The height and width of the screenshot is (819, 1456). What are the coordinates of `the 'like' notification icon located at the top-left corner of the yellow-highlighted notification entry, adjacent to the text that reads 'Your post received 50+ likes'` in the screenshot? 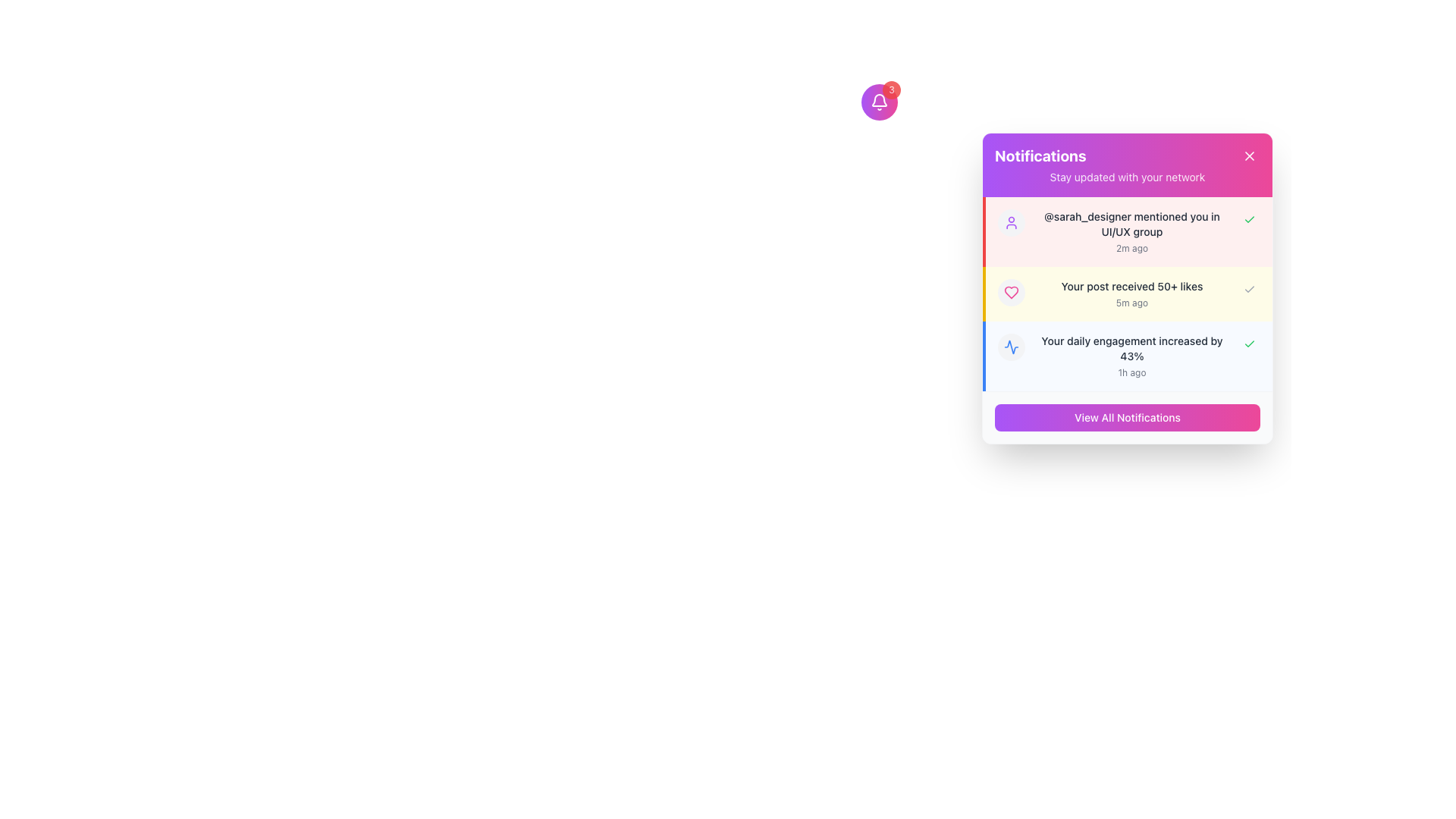 It's located at (1012, 292).